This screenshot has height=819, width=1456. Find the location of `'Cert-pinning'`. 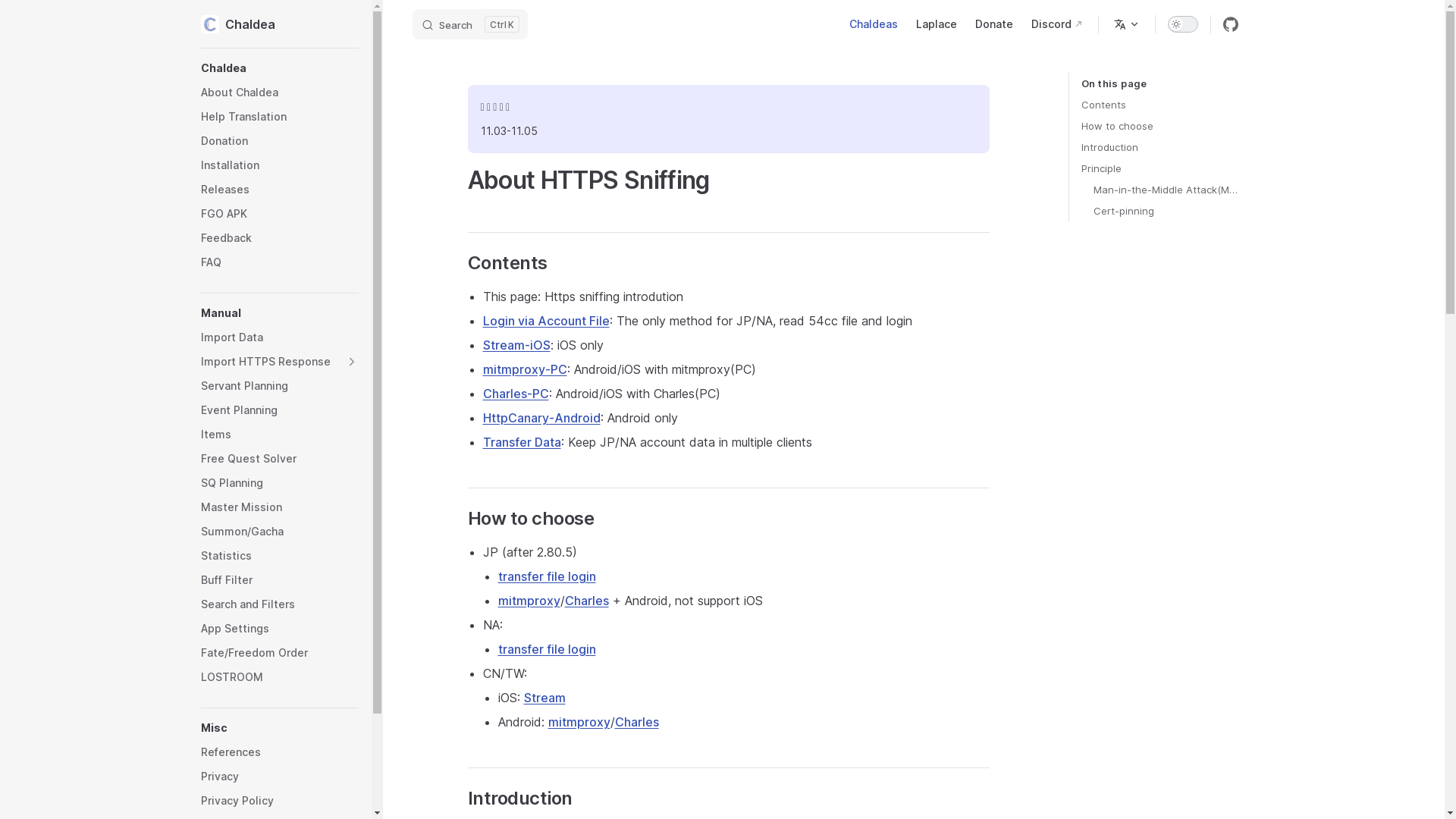

'Cert-pinning' is located at coordinates (1165, 210).